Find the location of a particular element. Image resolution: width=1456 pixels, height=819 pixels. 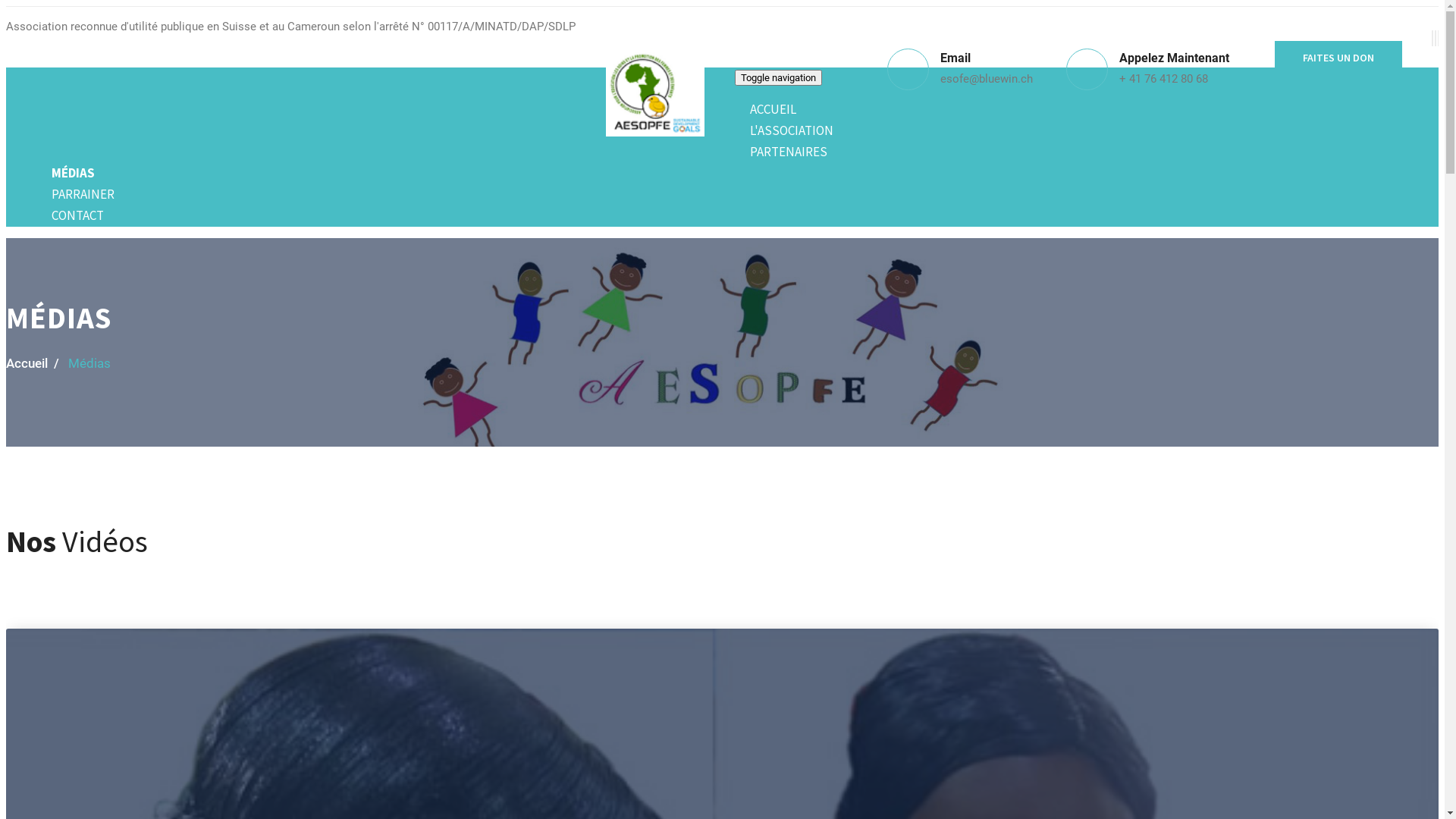

'CONTACT' is located at coordinates (77, 215).